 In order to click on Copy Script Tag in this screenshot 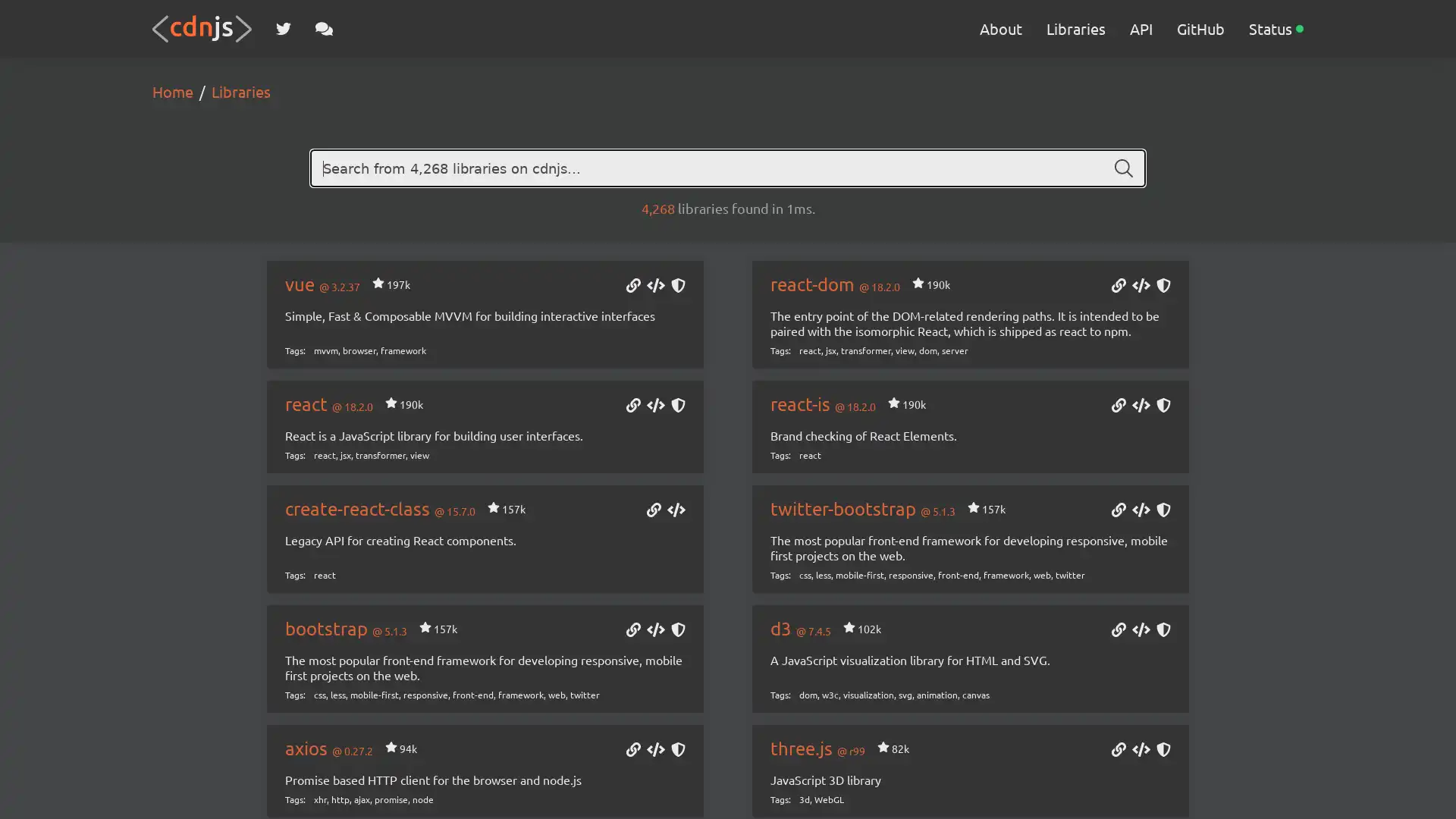, I will do `click(655, 751)`.